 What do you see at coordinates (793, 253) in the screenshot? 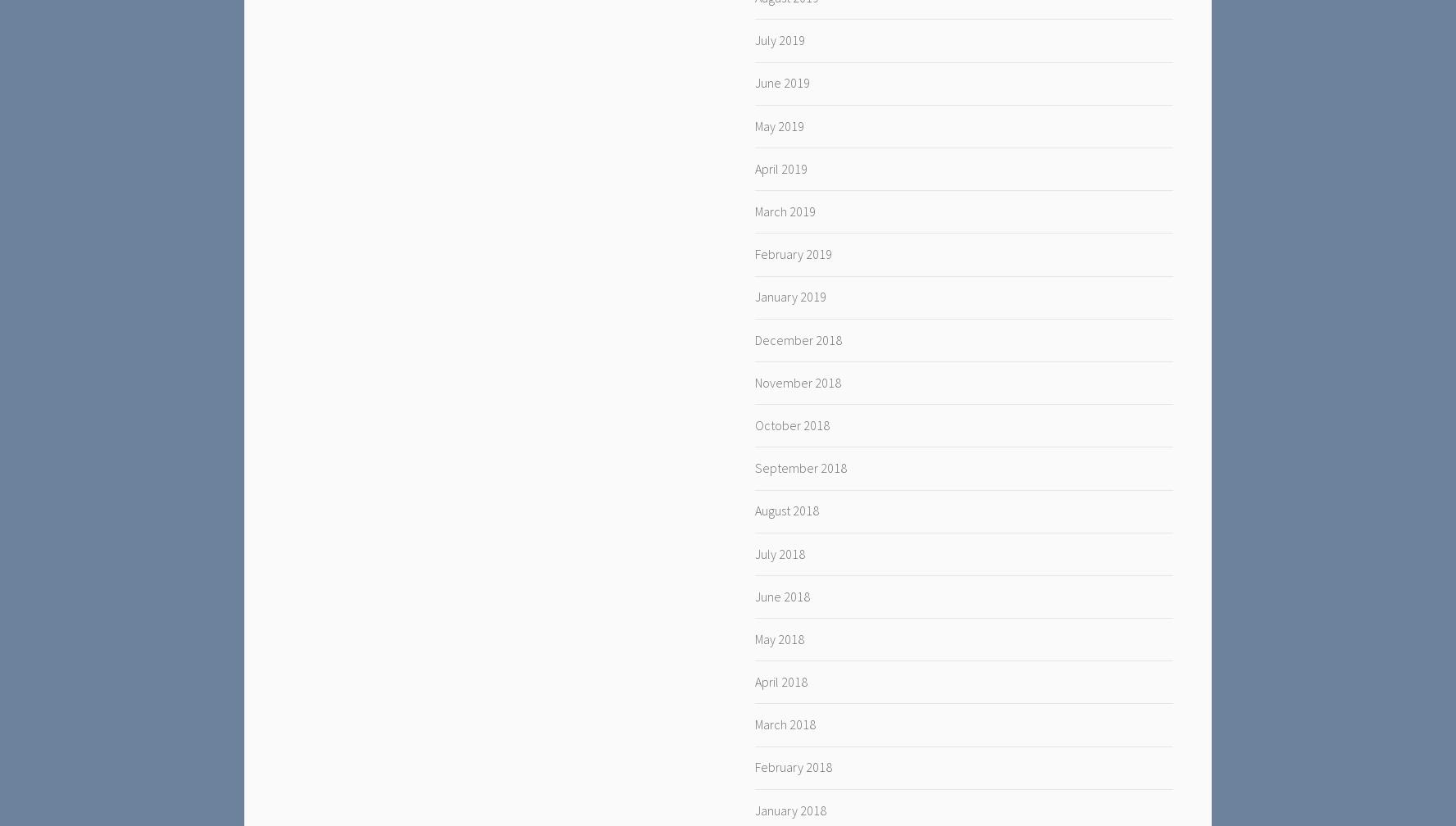
I see `'February 2019'` at bounding box center [793, 253].